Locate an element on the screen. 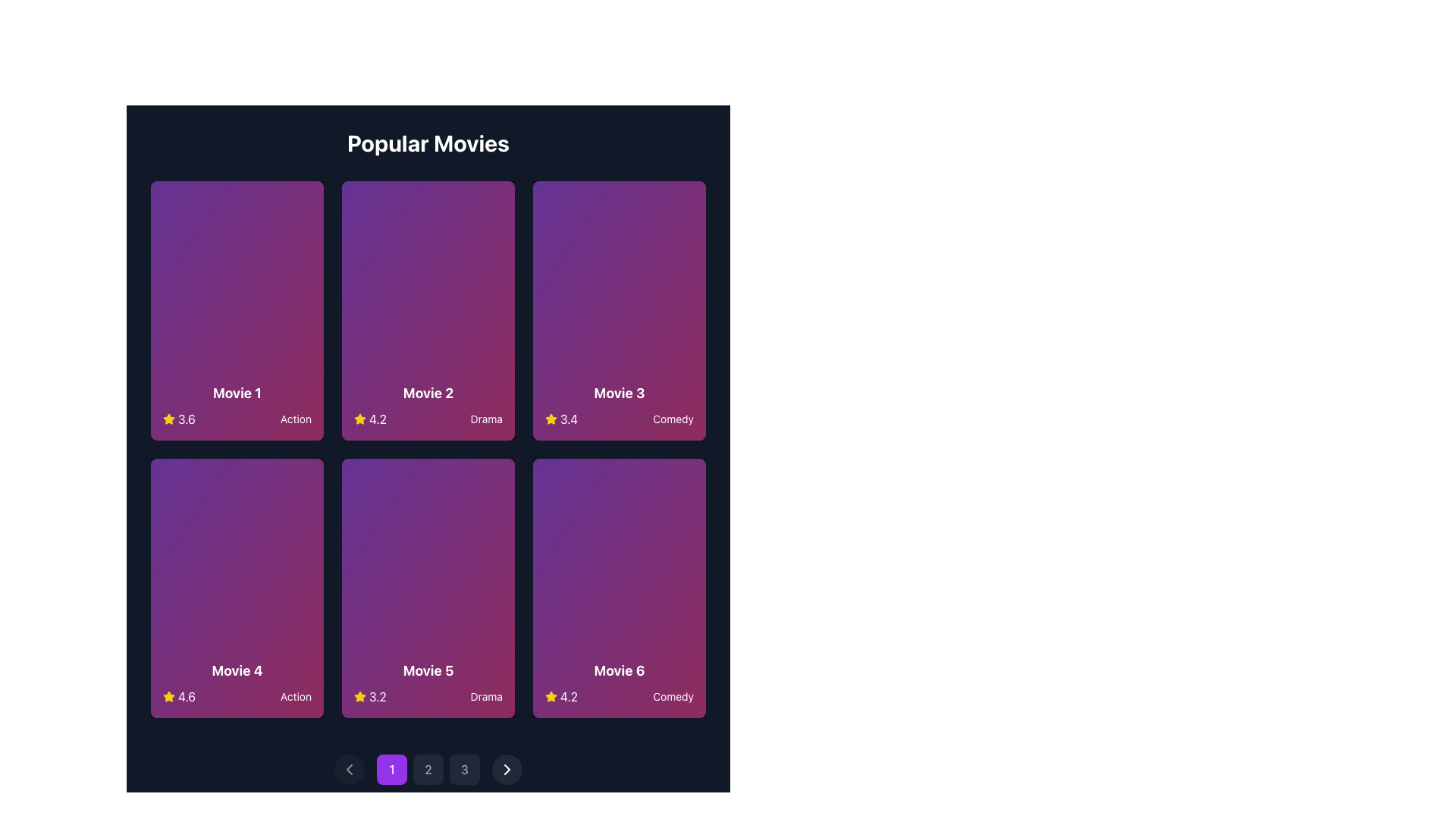 The image size is (1456, 819). the visually prominent yellow star rating icon located in the second position of the second row in the movie card grid layout next to the rating text '4.2' for 'Movie 5' is located at coordinates (168, 419).